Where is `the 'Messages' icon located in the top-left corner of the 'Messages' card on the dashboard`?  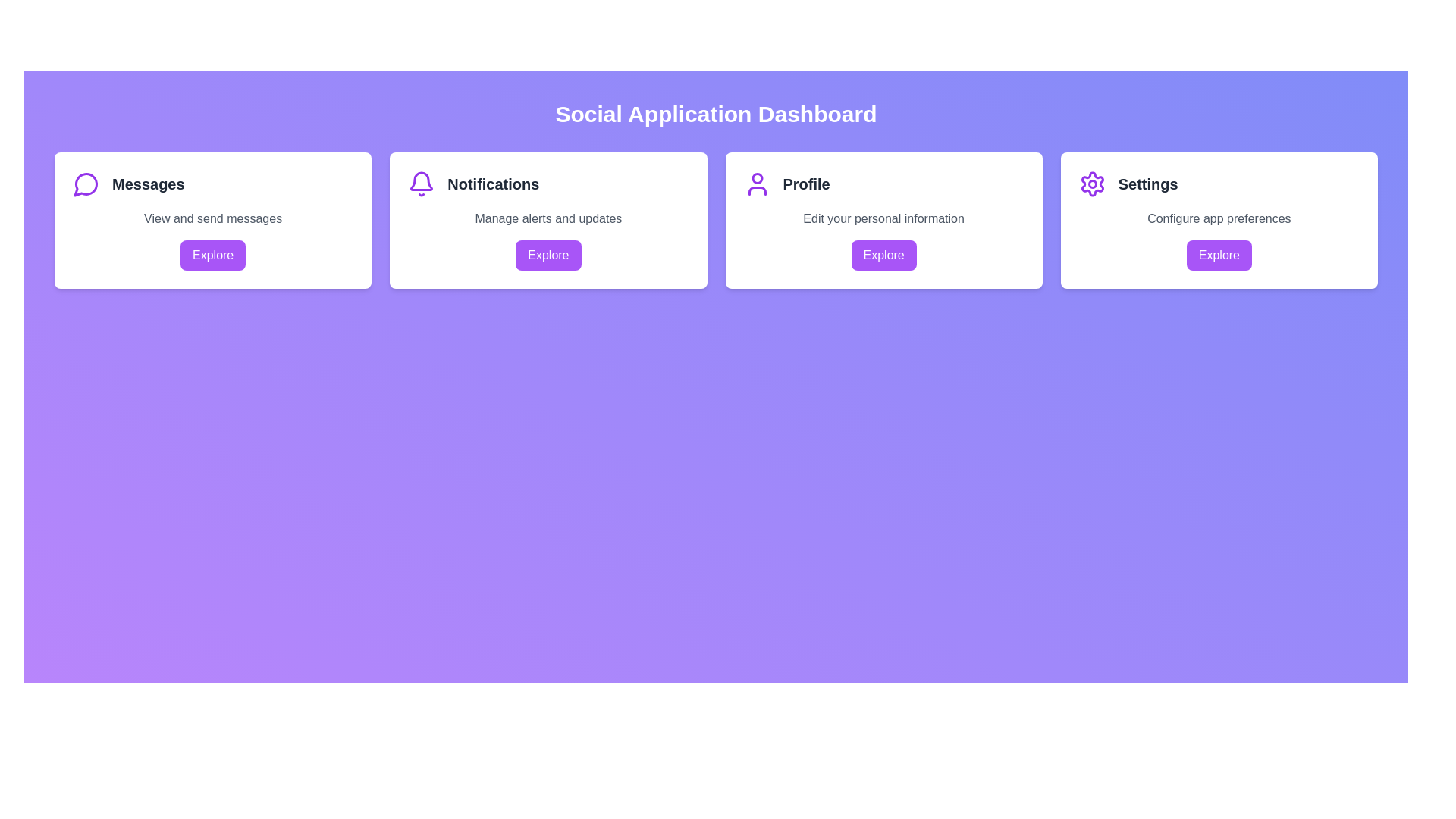
the 'Messages' icon located in the top-left corner of the 'Messages' card on the dashboard is located at coordinates (86, 184).